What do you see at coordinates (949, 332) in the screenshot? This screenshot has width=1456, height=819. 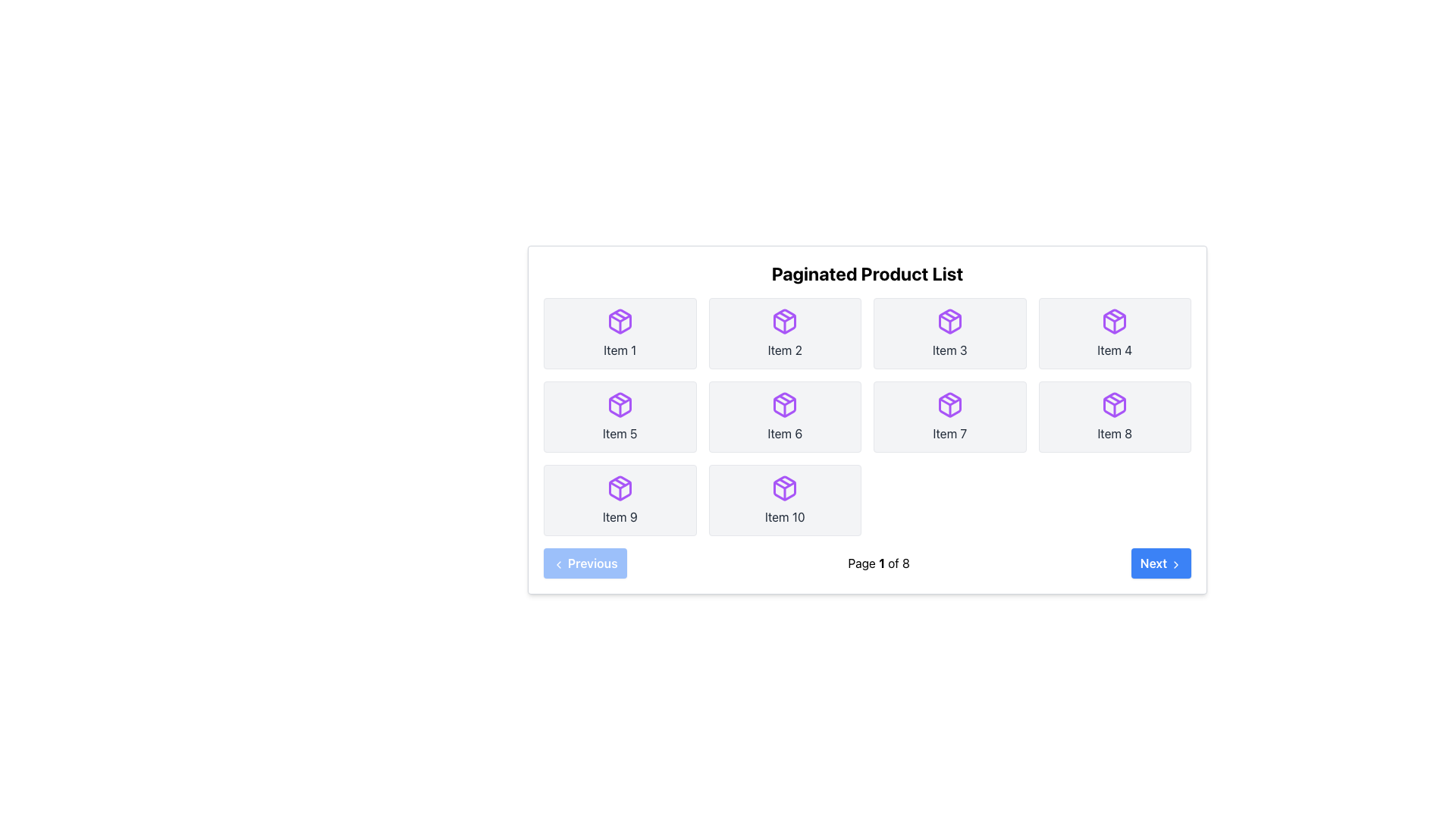 I see `label of the 'Item 3' card in the paginated product list, located in the third column of the first row` at bounding box center [949, 332].